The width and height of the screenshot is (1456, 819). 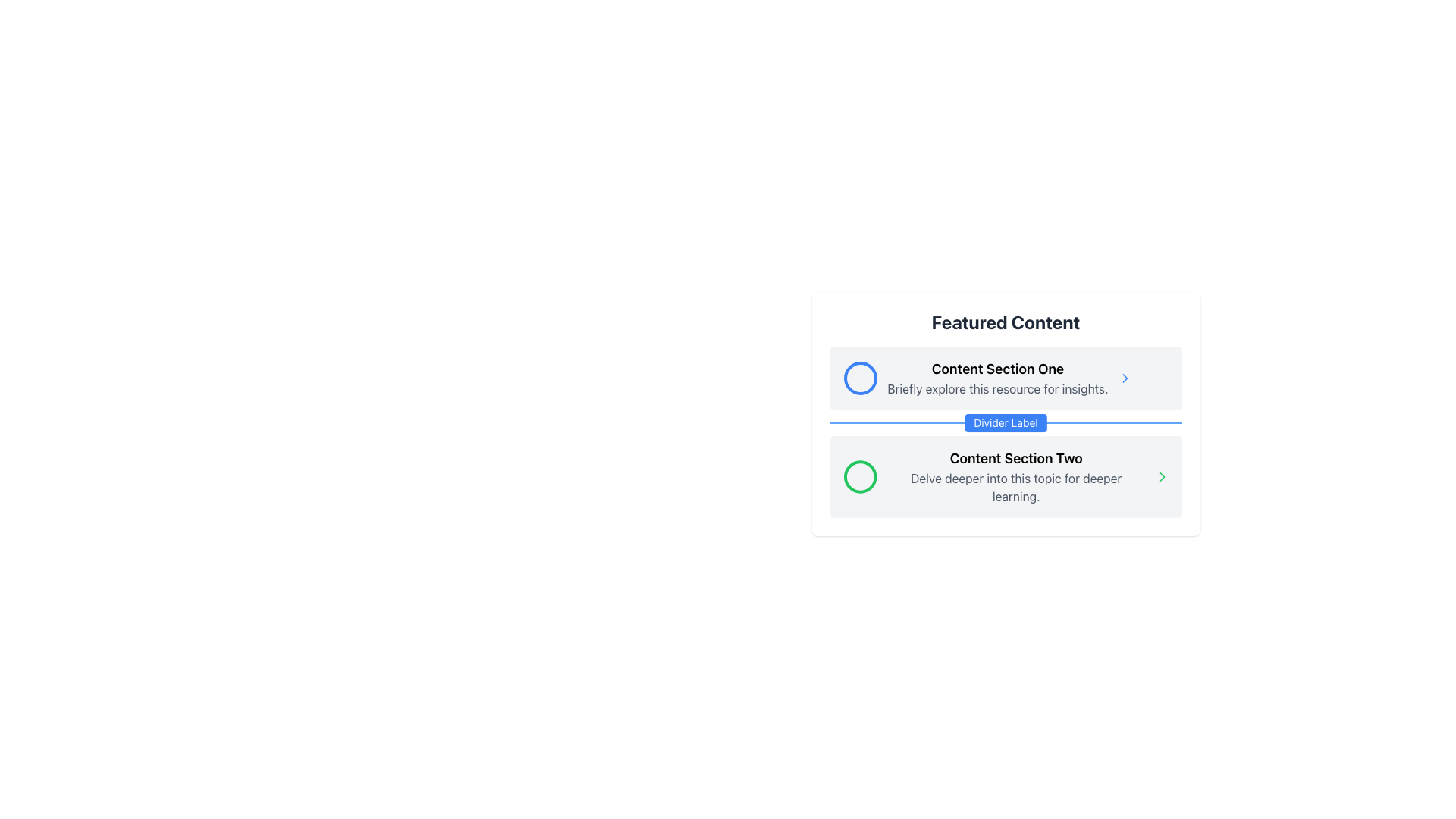 What do you see at coordinates (1006, 423) in the screenshot?
I see `text from the label with the blue background that says 'Divider Label', which is centrally positioned within a horizontal divider between two content sections` at bounding box center [1006, 423].